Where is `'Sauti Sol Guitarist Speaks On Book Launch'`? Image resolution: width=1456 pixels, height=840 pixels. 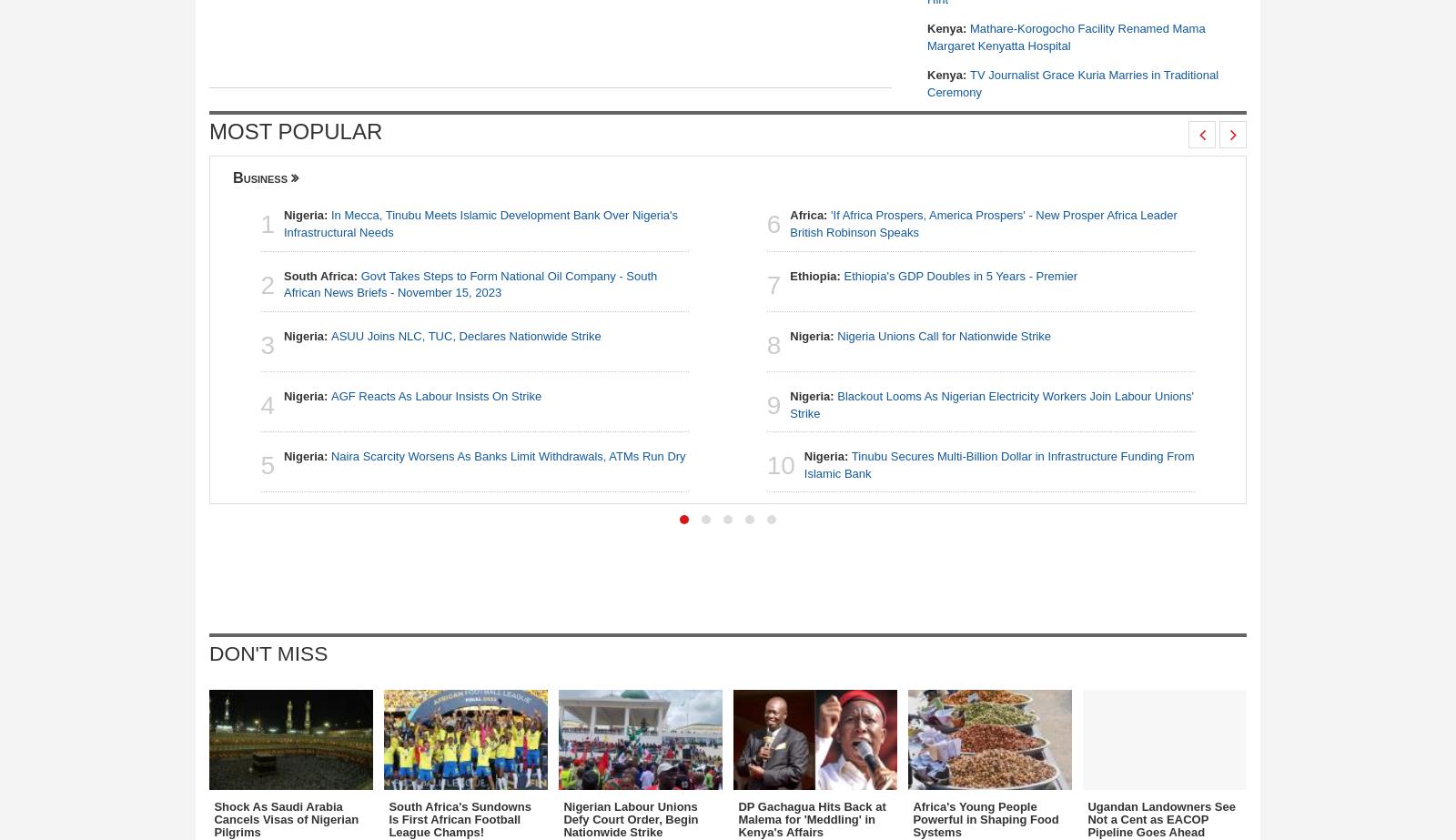
'Sauti Sol Guitarist Speaks On Book Launch' is located at coordinates (1084, 506).